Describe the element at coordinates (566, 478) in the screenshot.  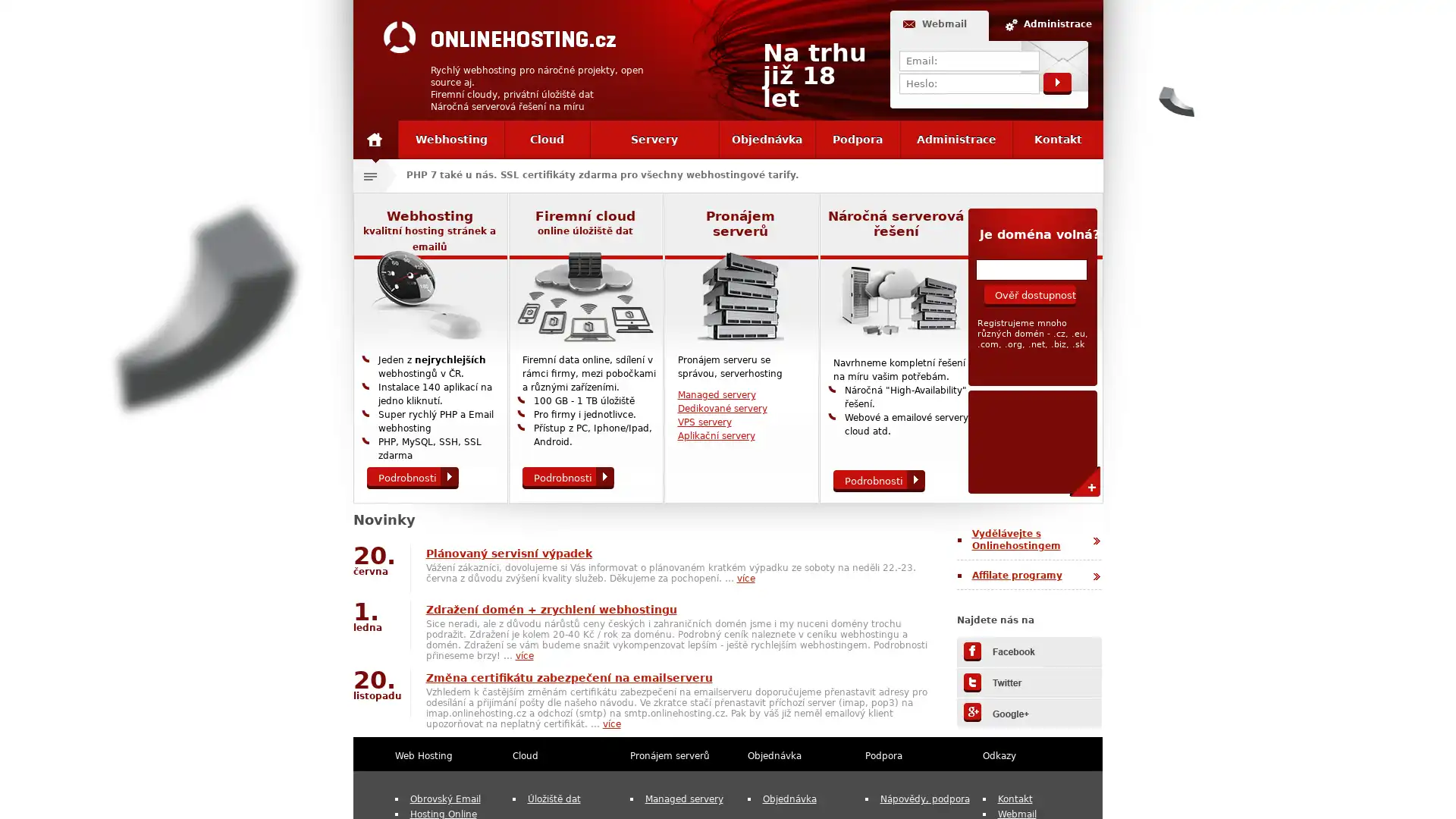
I see `Podrobnosti` at that location.